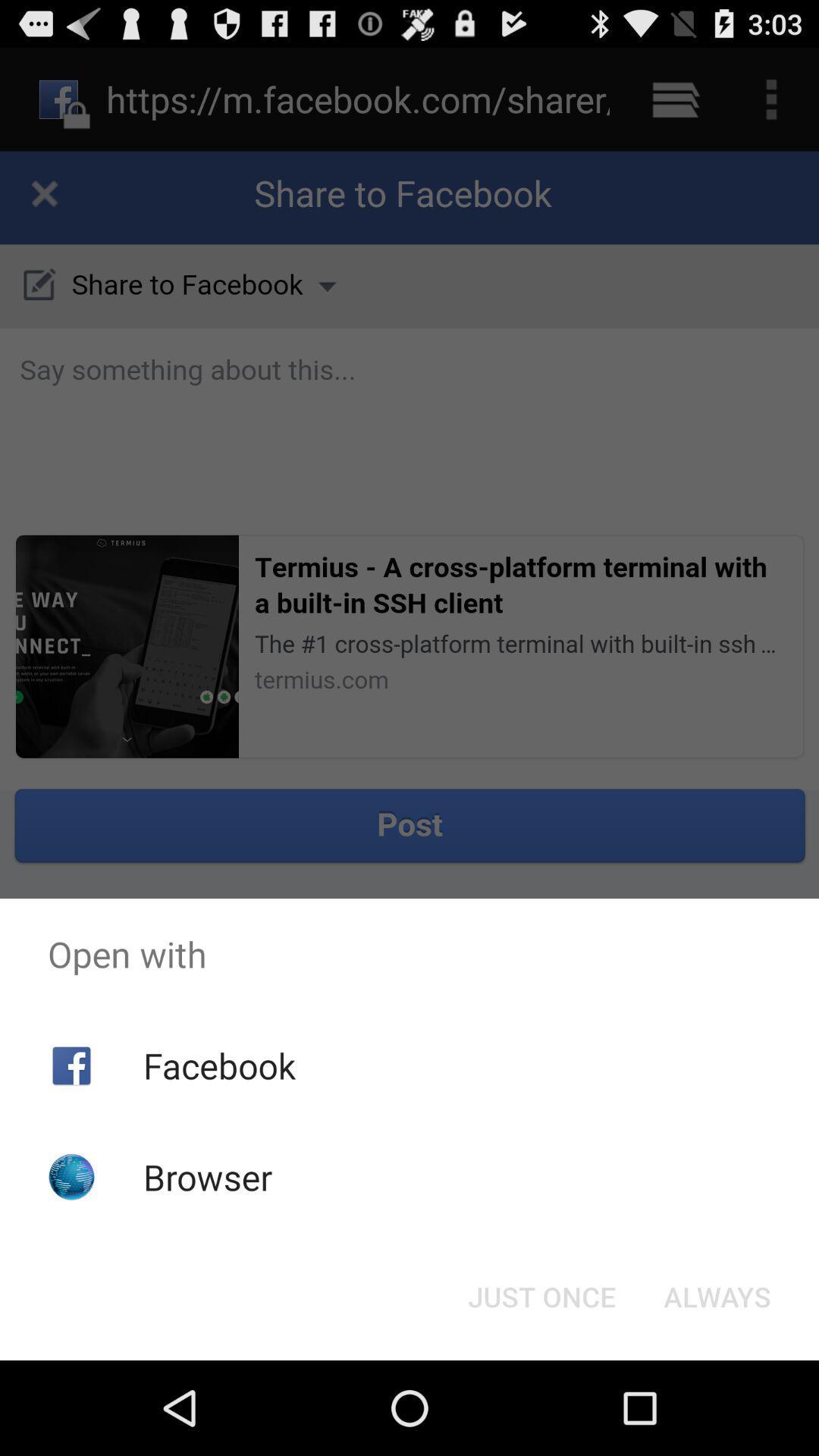 This screenshot has width=819, height=1456. Describe the element at coordinates (717, 1295) in the screenshot. I see `the item to the right of just once button` at that location.